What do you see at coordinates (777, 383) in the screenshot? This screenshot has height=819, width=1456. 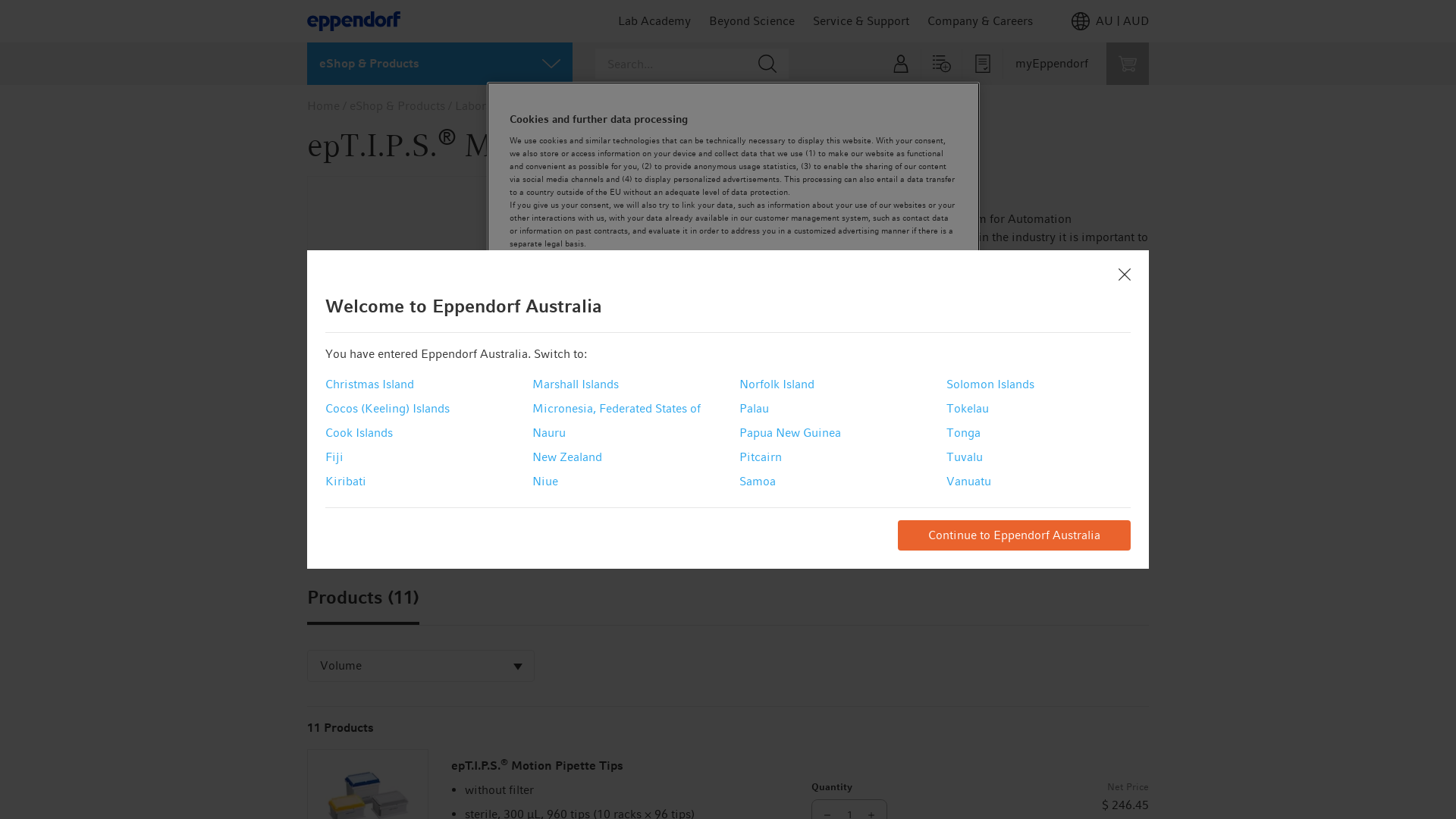 I see `'Norfolk Island'` at bounding box center [777, 383].